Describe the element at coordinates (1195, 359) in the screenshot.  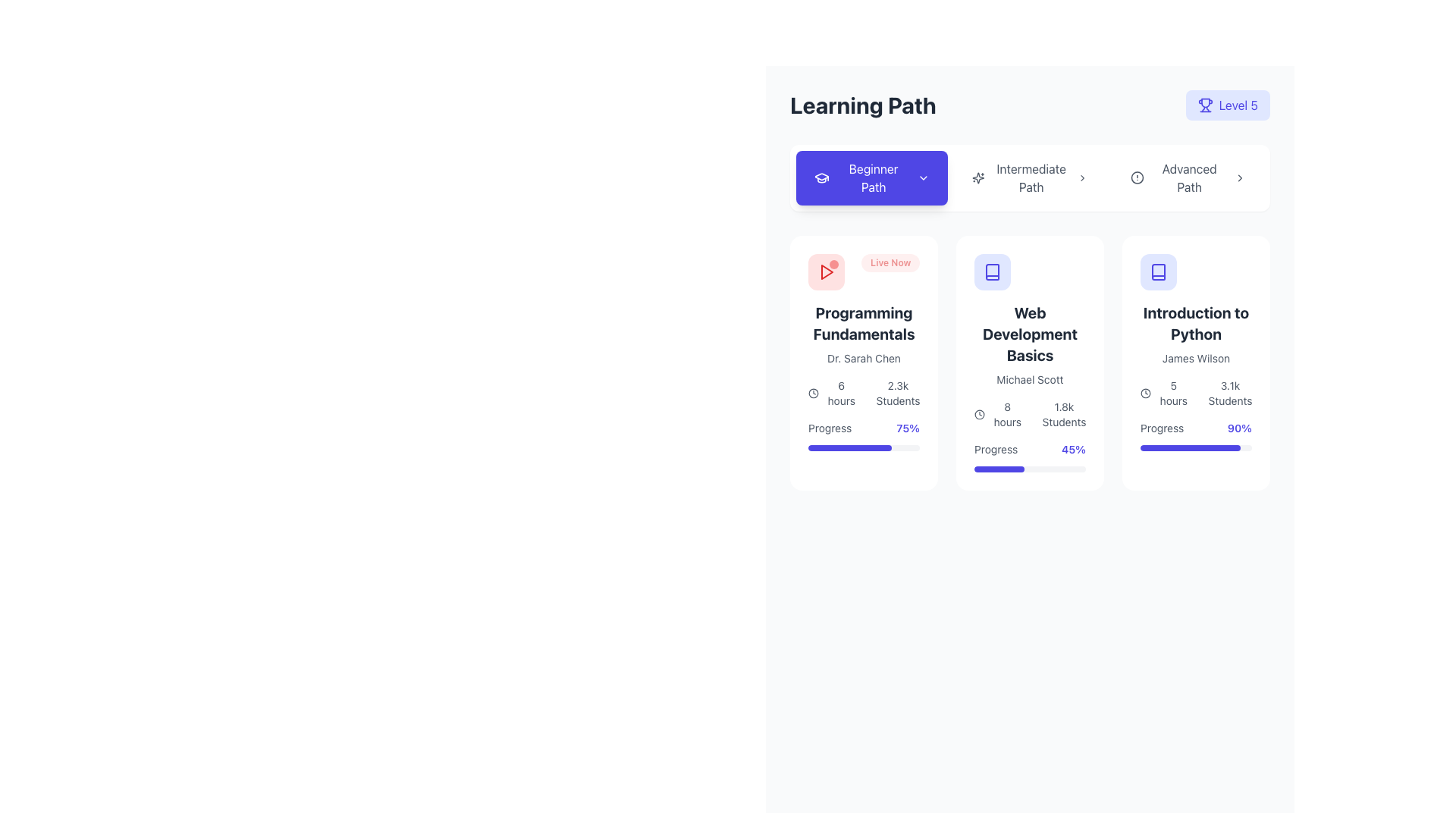
I see `the static text label displaying the name 'James Wilson', which is styled in gray and positioned below the title of the 'Introduction to Python' card` at that location.